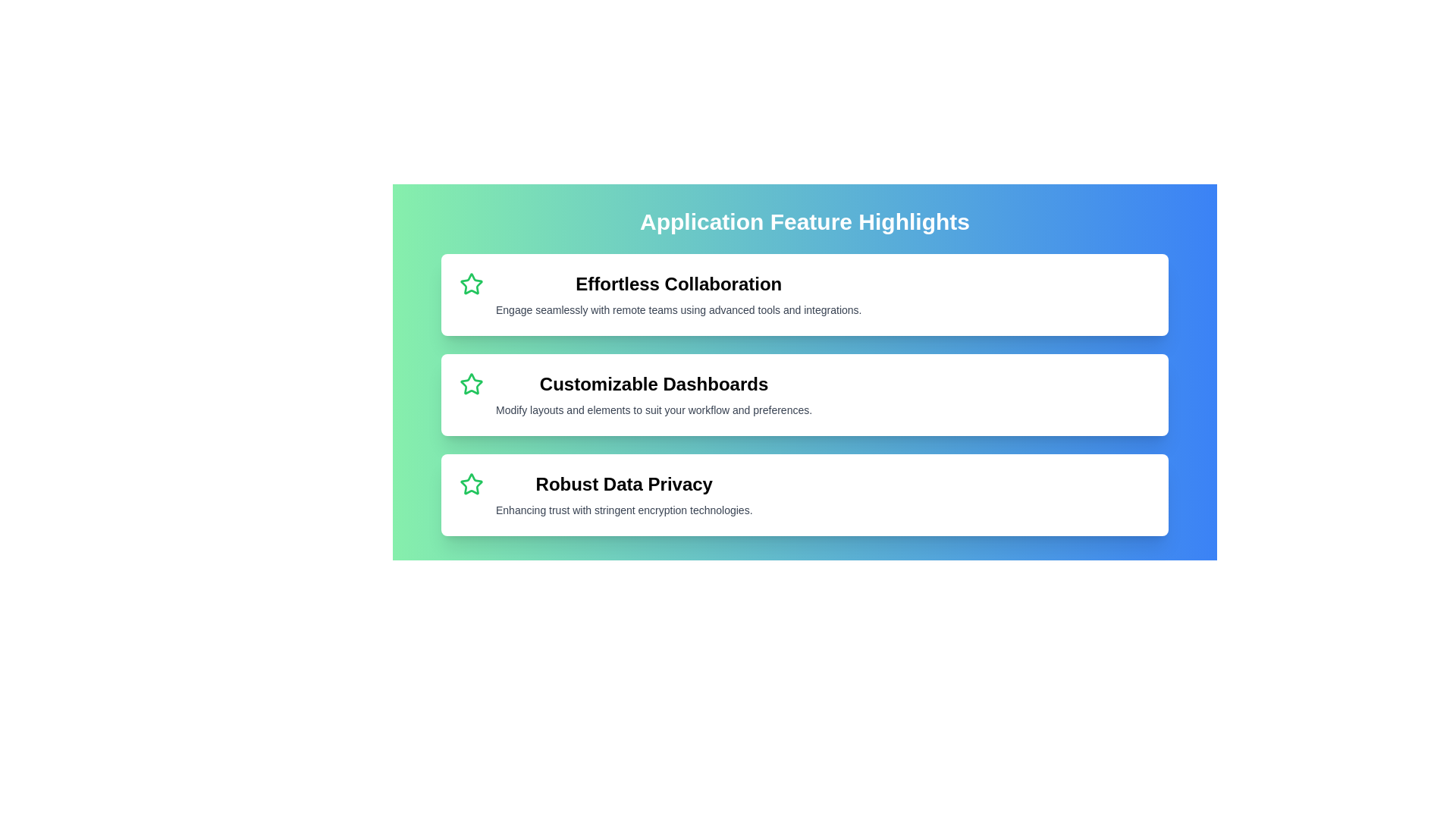 The image size is (1456, 819). What do you see at coordinates (471, 383) in the screenshot?
I see `the green star icon with a hollow center located next to the 'Customizable Dashboards' text in the middle panel of the vertically stacked list of features` at bounding box center [471, 383].